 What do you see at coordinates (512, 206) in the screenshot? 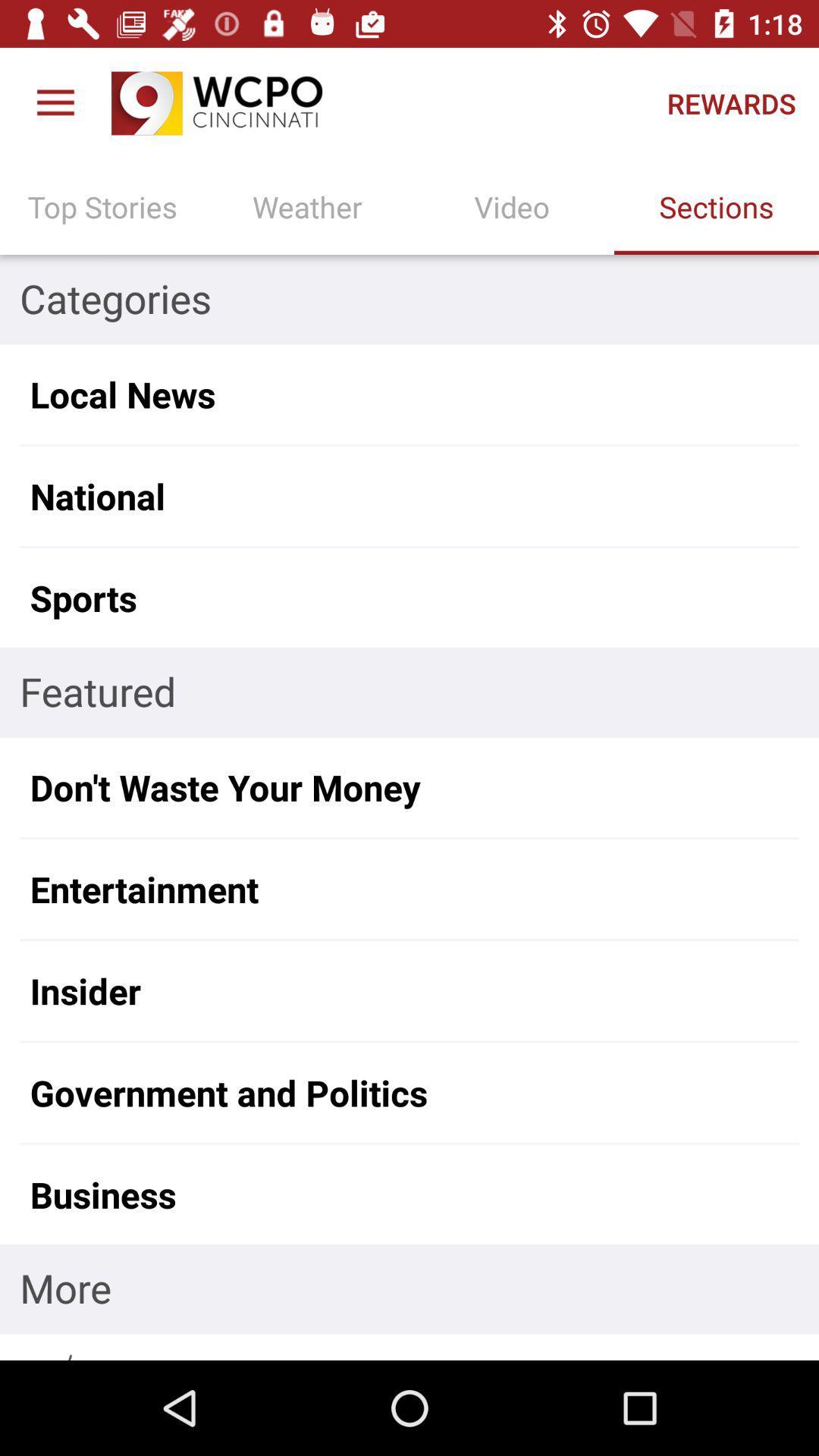
I see `the tab videos on the web page` at bounding box center [512, 206].